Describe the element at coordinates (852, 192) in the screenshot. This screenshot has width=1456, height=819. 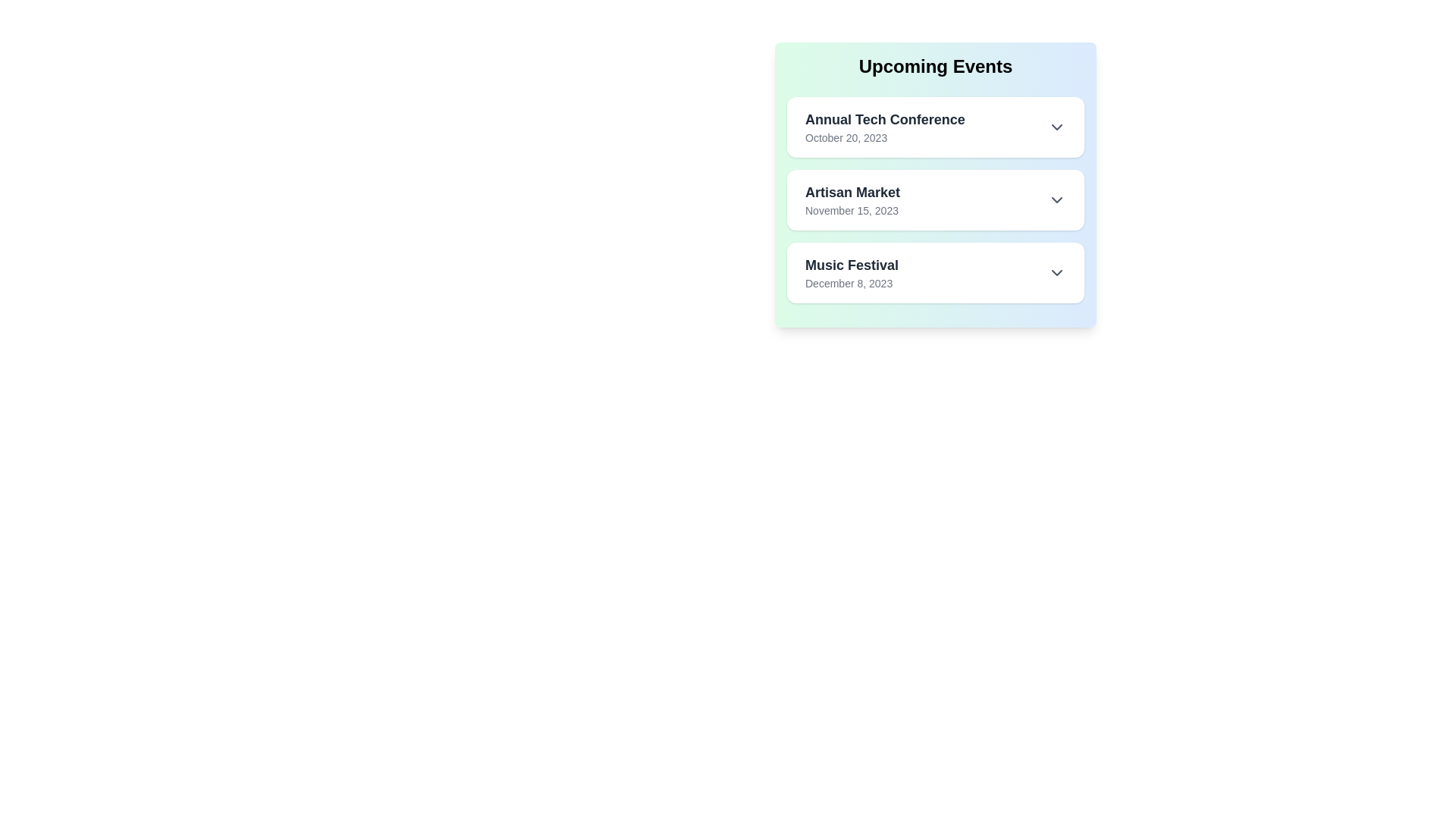
I see `the text label 'Artisan Market', which is styled with a bold font and dark gray color, positioned centrally within the second entry of the event list under 'Upcoming Events'` at that location.